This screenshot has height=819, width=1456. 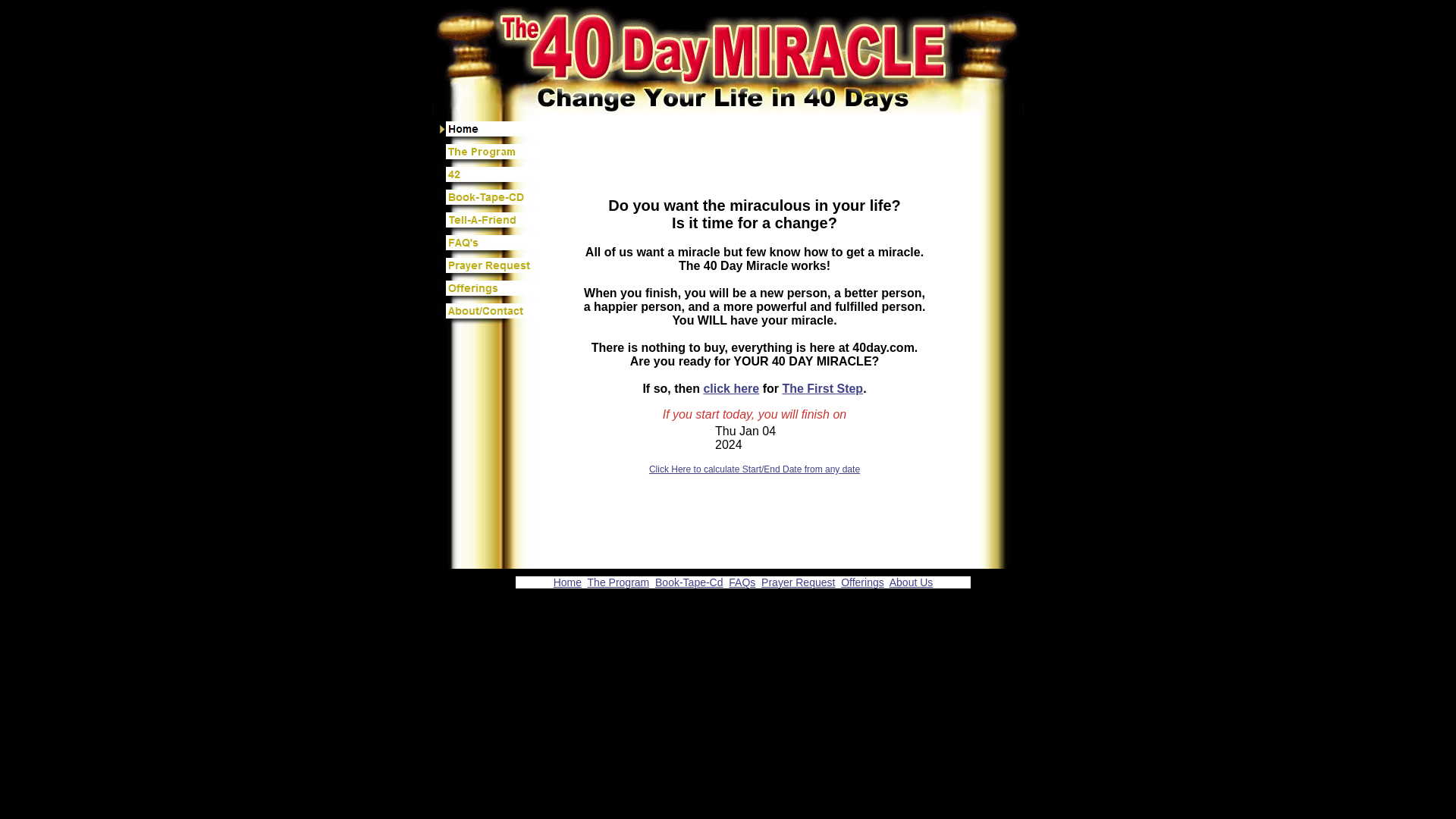 I want to click on 'Book-Tape-CD', so click(x=488, y=200).